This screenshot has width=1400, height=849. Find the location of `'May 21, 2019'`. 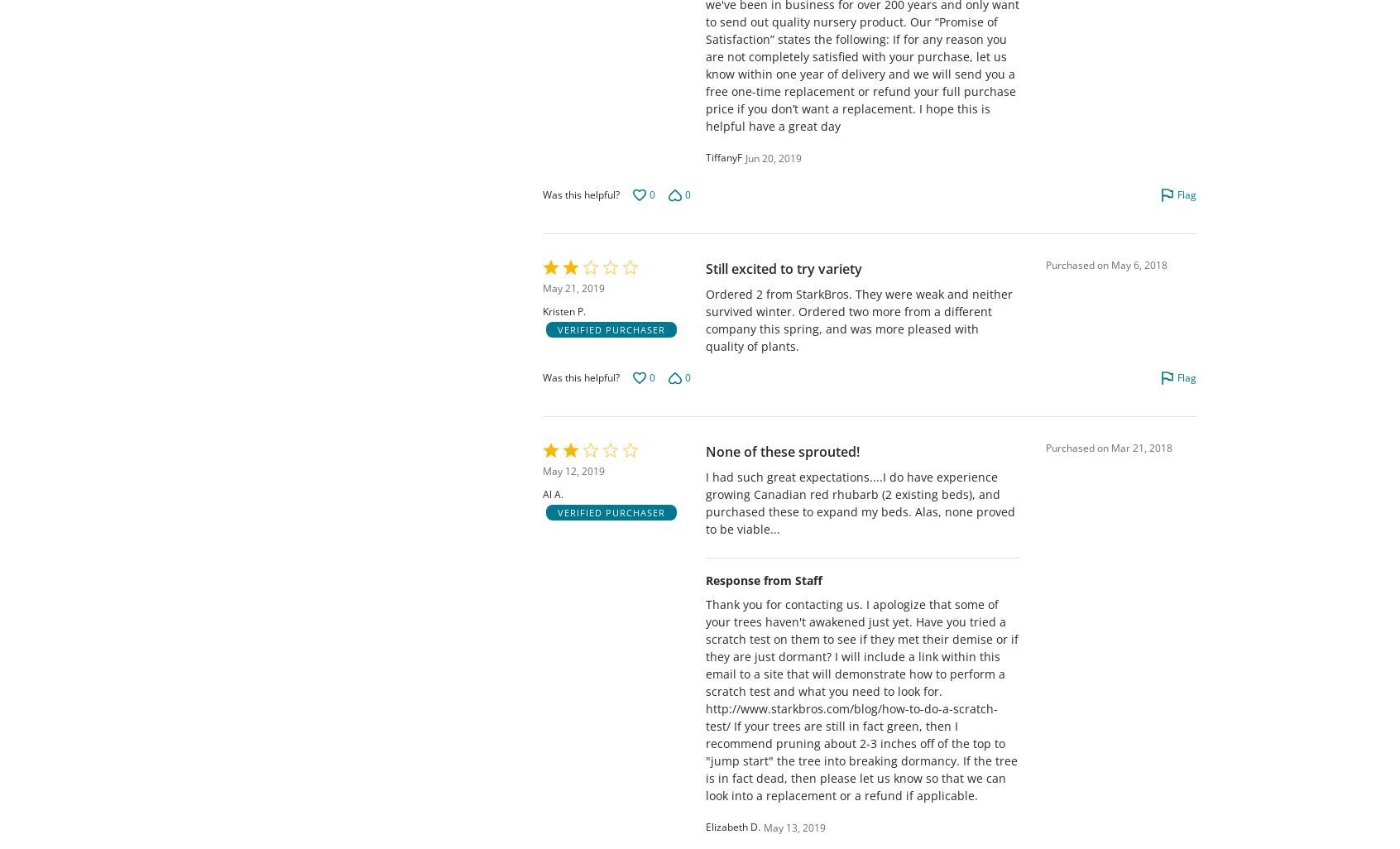

'May 21, 2019' is located at coordinates (573, 288).